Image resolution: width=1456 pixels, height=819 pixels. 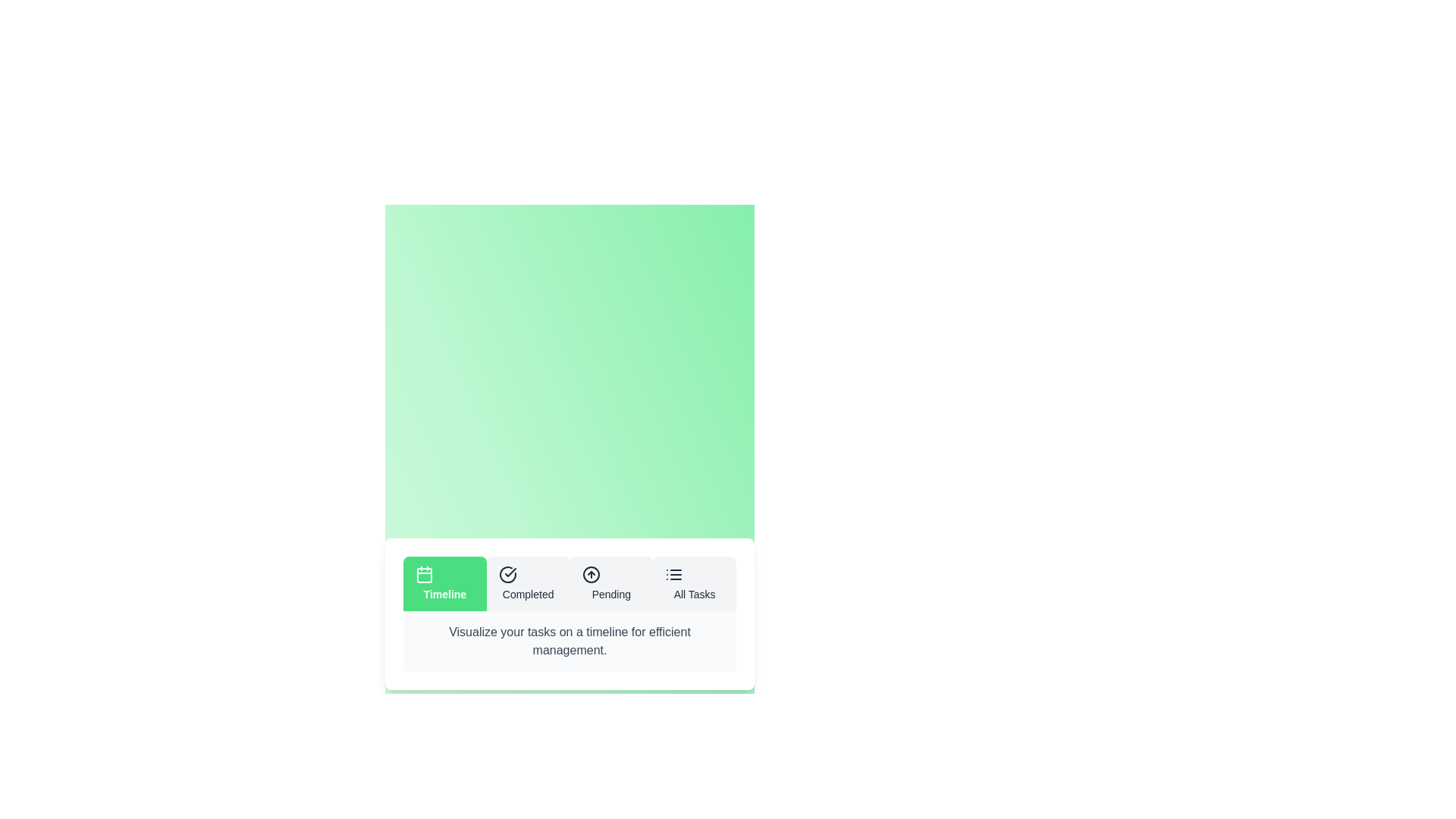 I want to click on the Pending tab to view its hover effect, so click(x=611, y=583).